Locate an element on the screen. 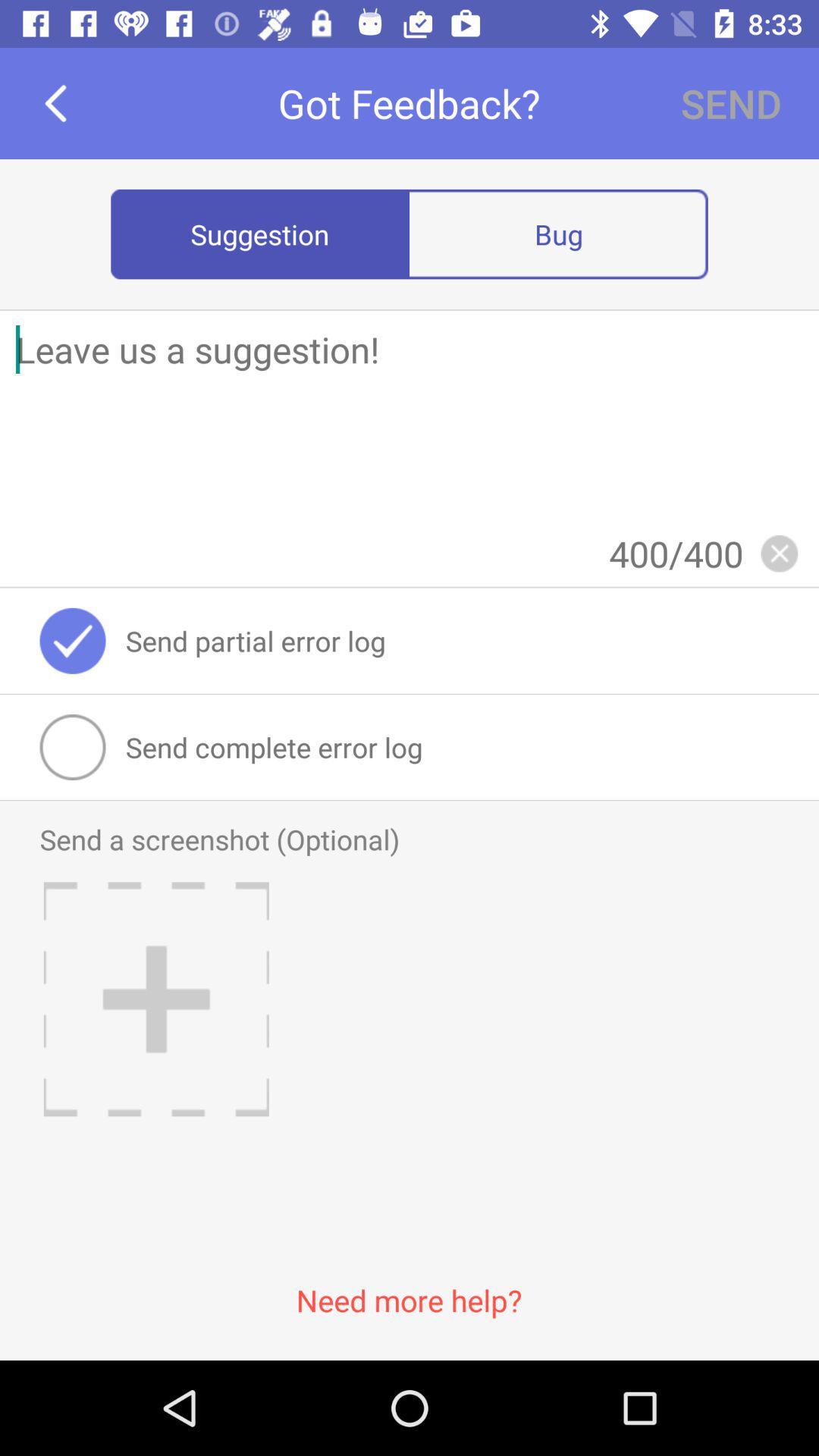  app to the left of send complete error icon is located at coordinates (73, 747).